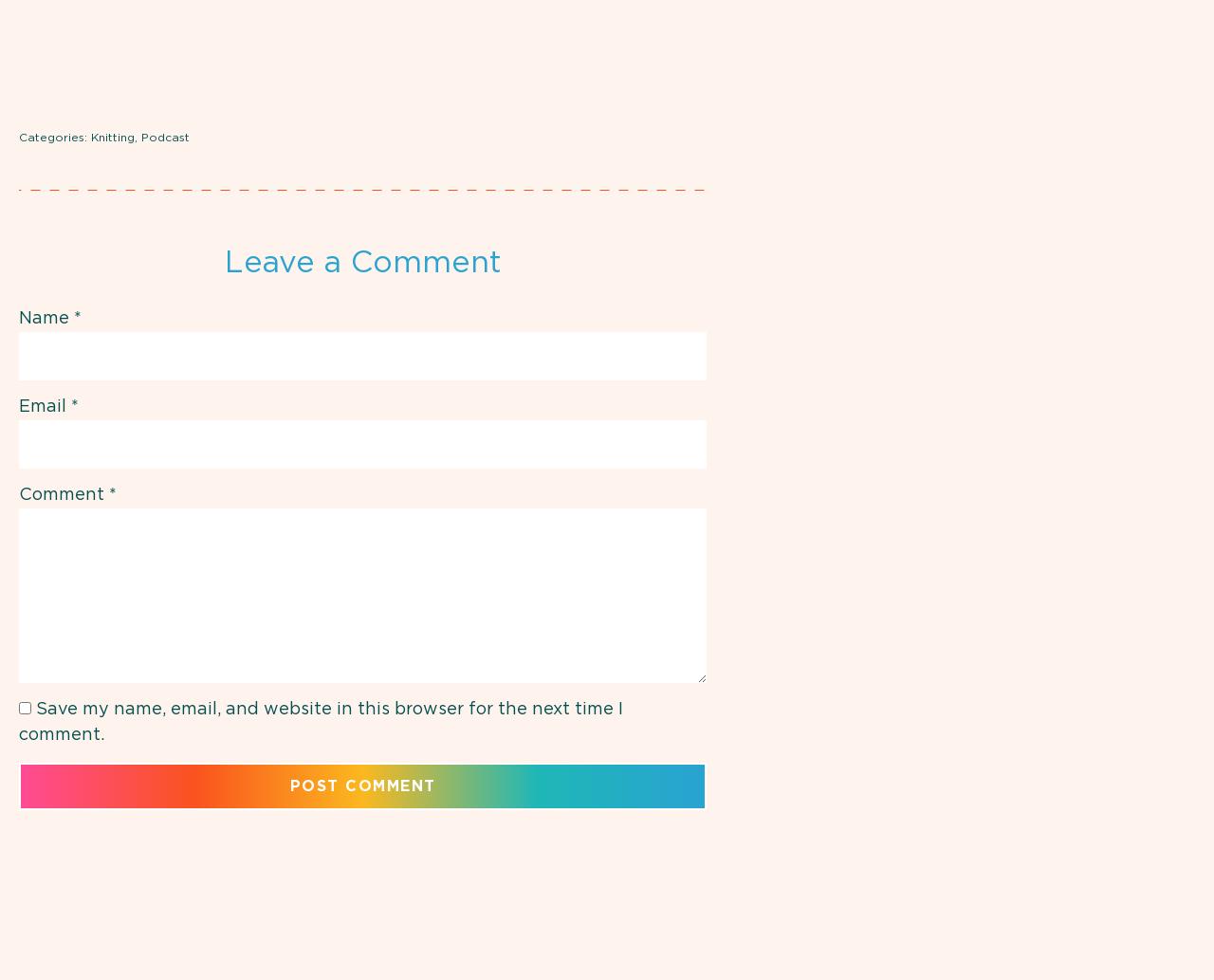 The image size is (1214, 980). I want to click on ',', so click(137, 138).